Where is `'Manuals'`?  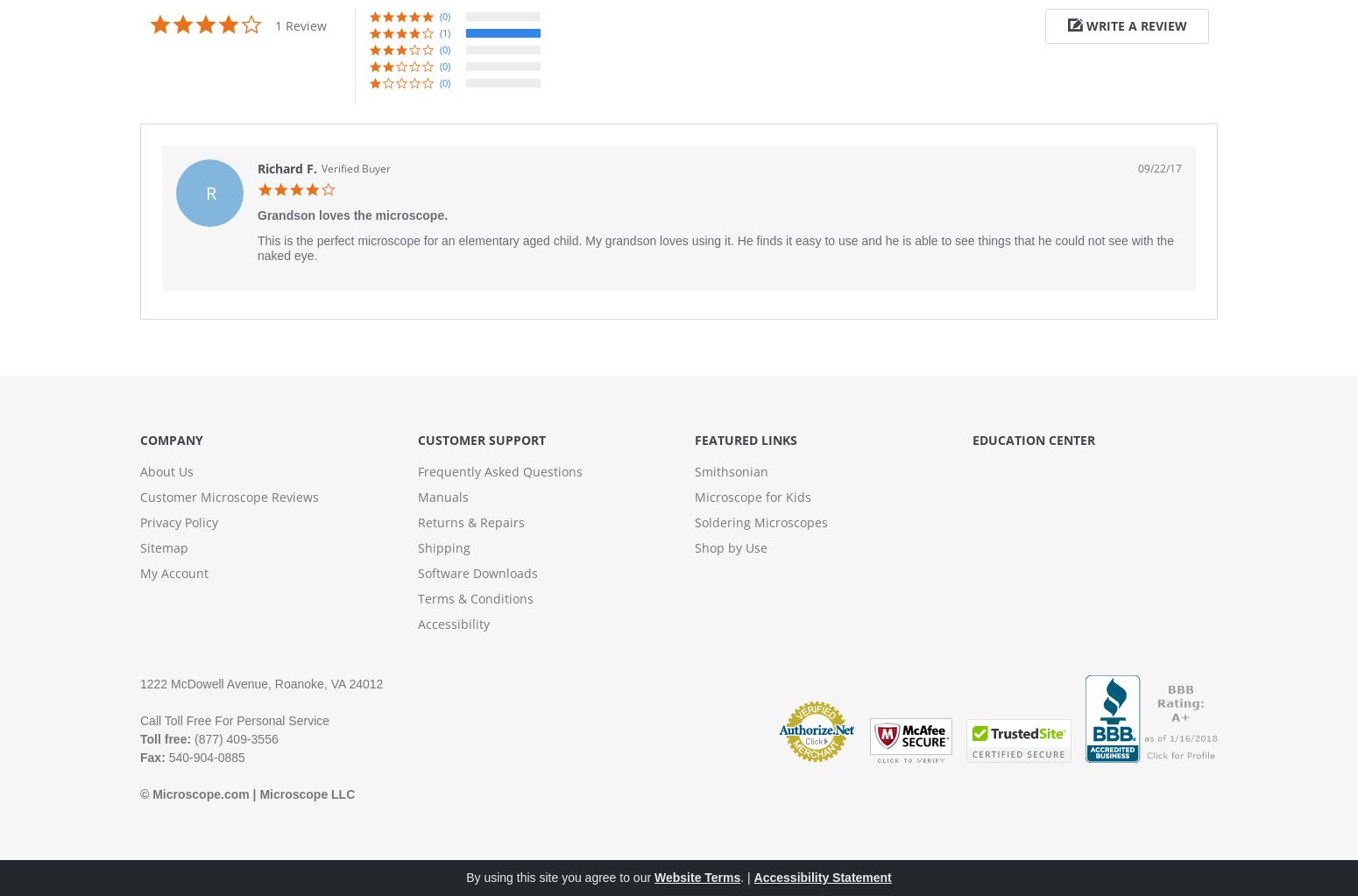 'Manuals' is located at coordinates (441, 497).